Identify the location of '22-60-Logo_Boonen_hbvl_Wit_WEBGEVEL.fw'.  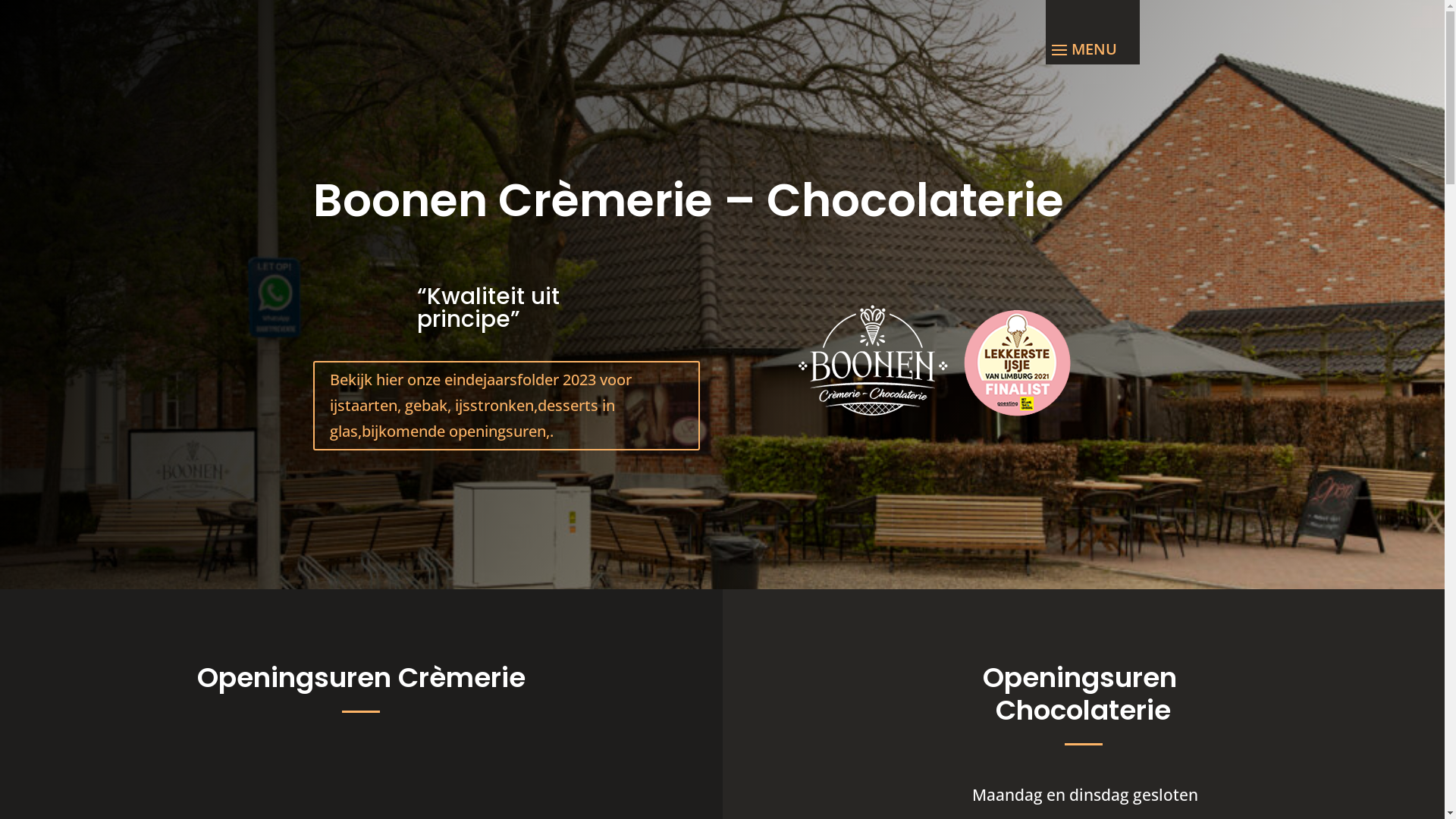
(937, 363).